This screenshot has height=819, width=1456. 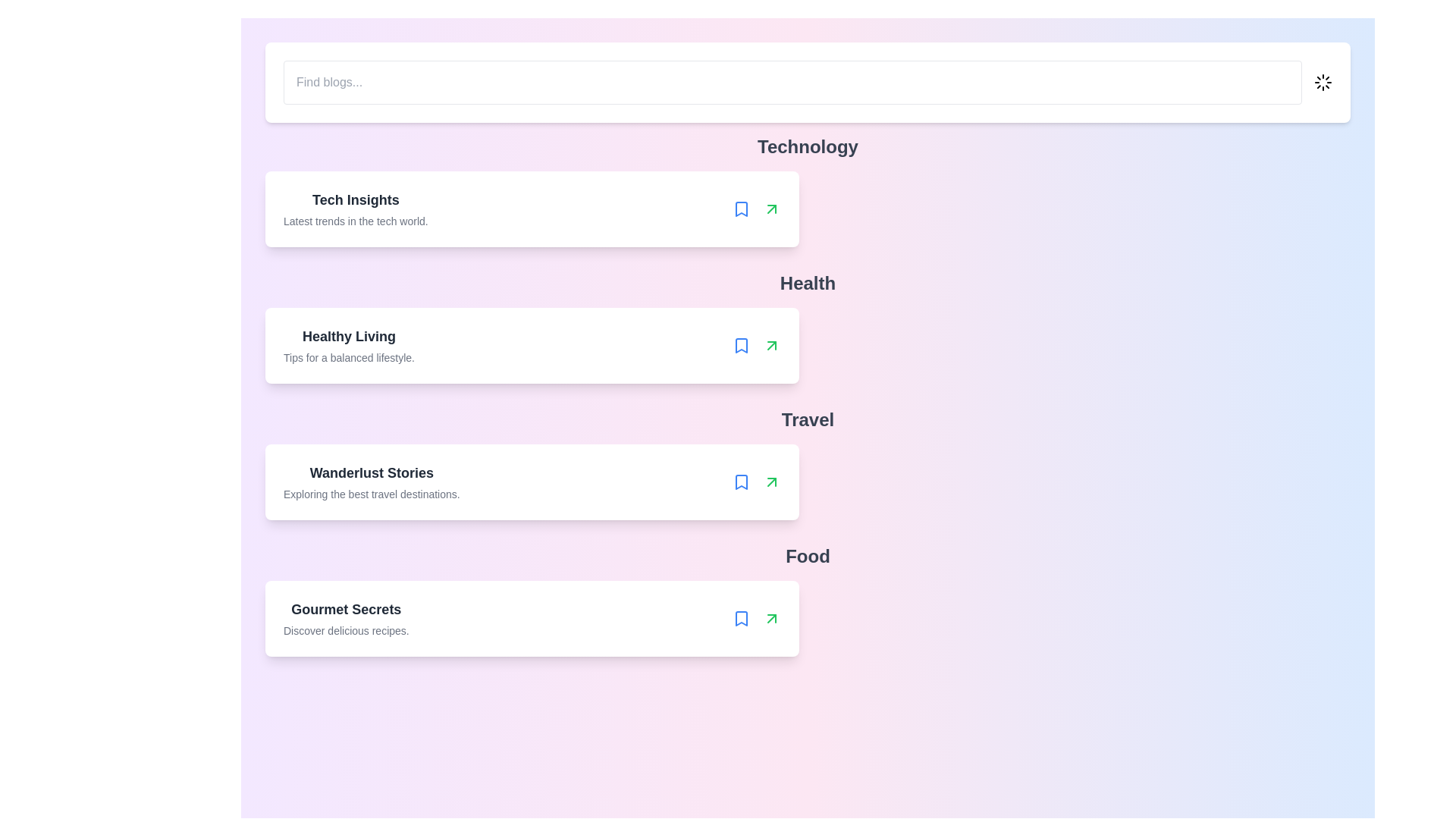 What do you see at coordinates (741, 209) in the screenshot?
I see `the bookmark icon, which is the first icon at the far right of the 'Tech Insights' card, to bookmark the item` at bounding box center [741, 209].